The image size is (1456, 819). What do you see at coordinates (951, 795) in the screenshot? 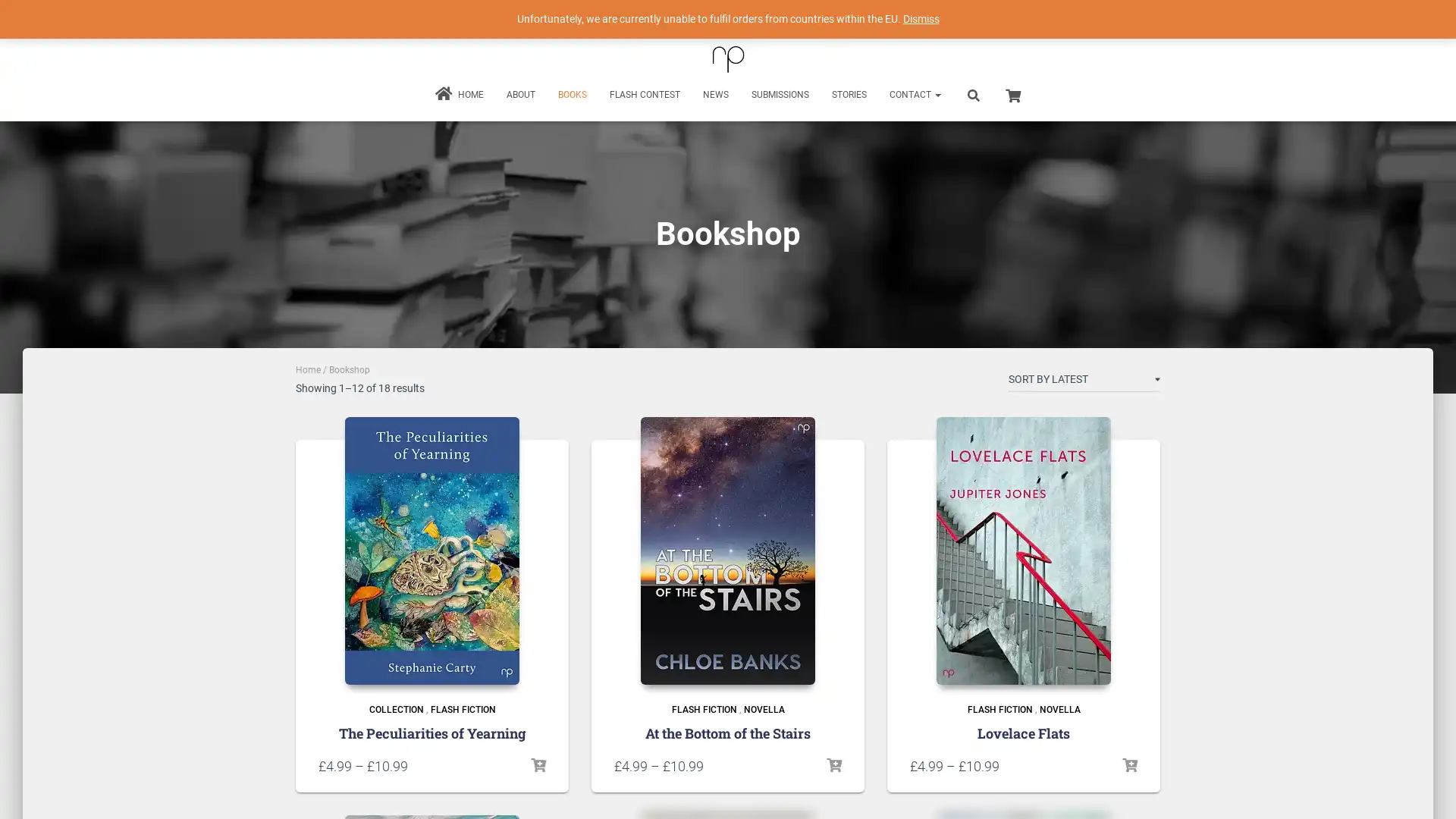
I see `Accept` at bounding box center [951, 795].